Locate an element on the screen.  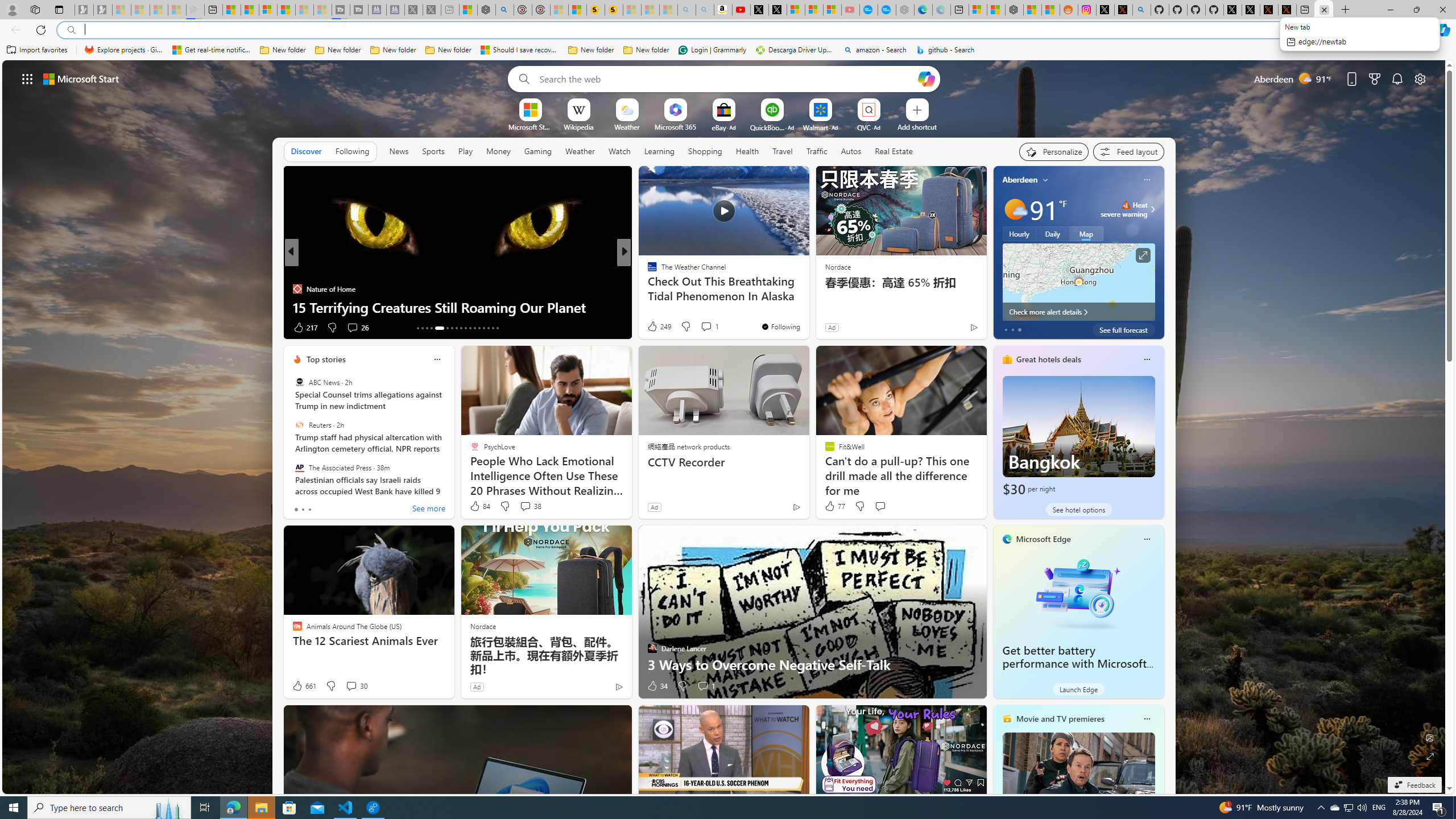
'Nordace - Nordace has arrived Hong Kong - Sleeping' is located at coordinates (904, 9).